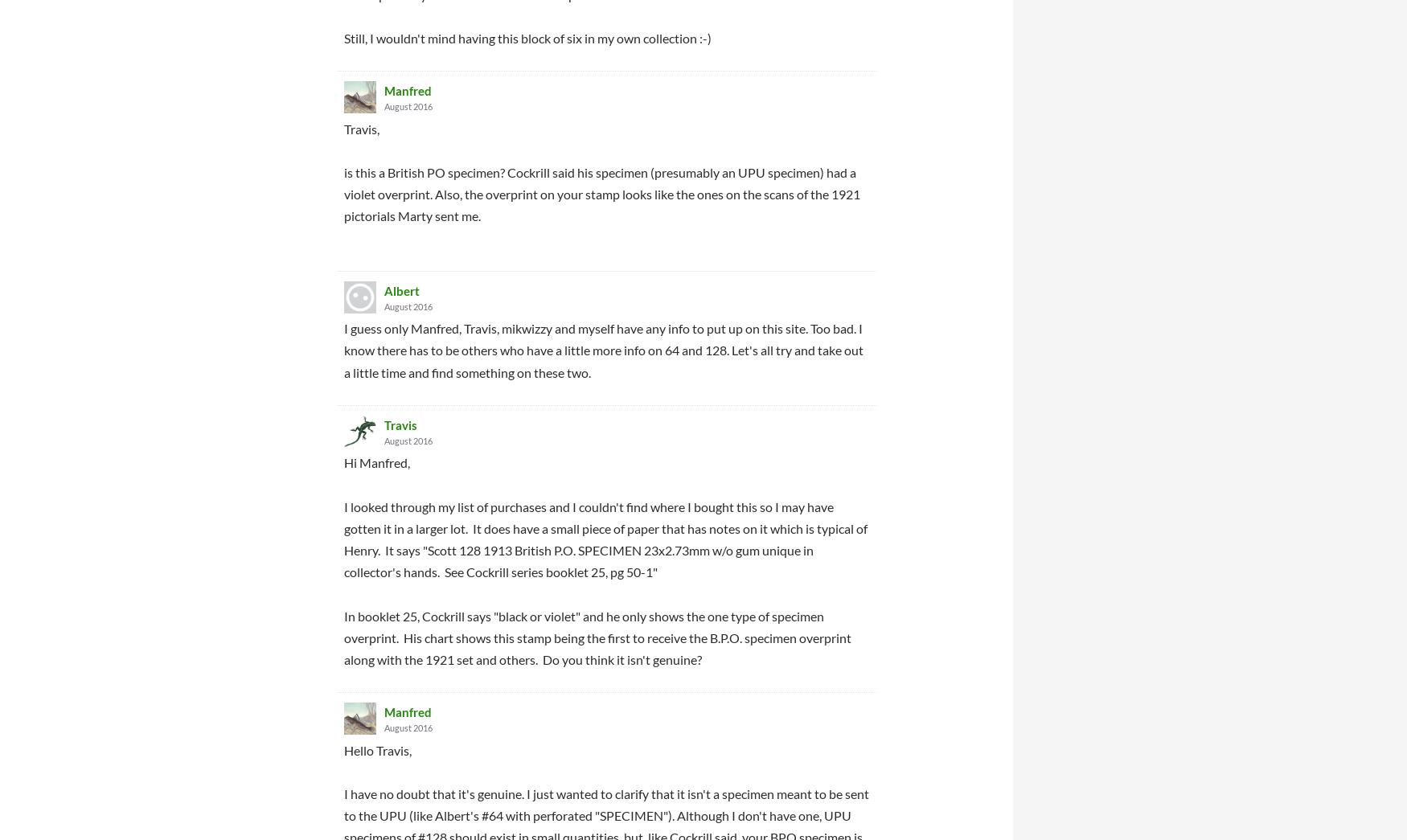  I want to click on 'Travis,', so click(361, 127).